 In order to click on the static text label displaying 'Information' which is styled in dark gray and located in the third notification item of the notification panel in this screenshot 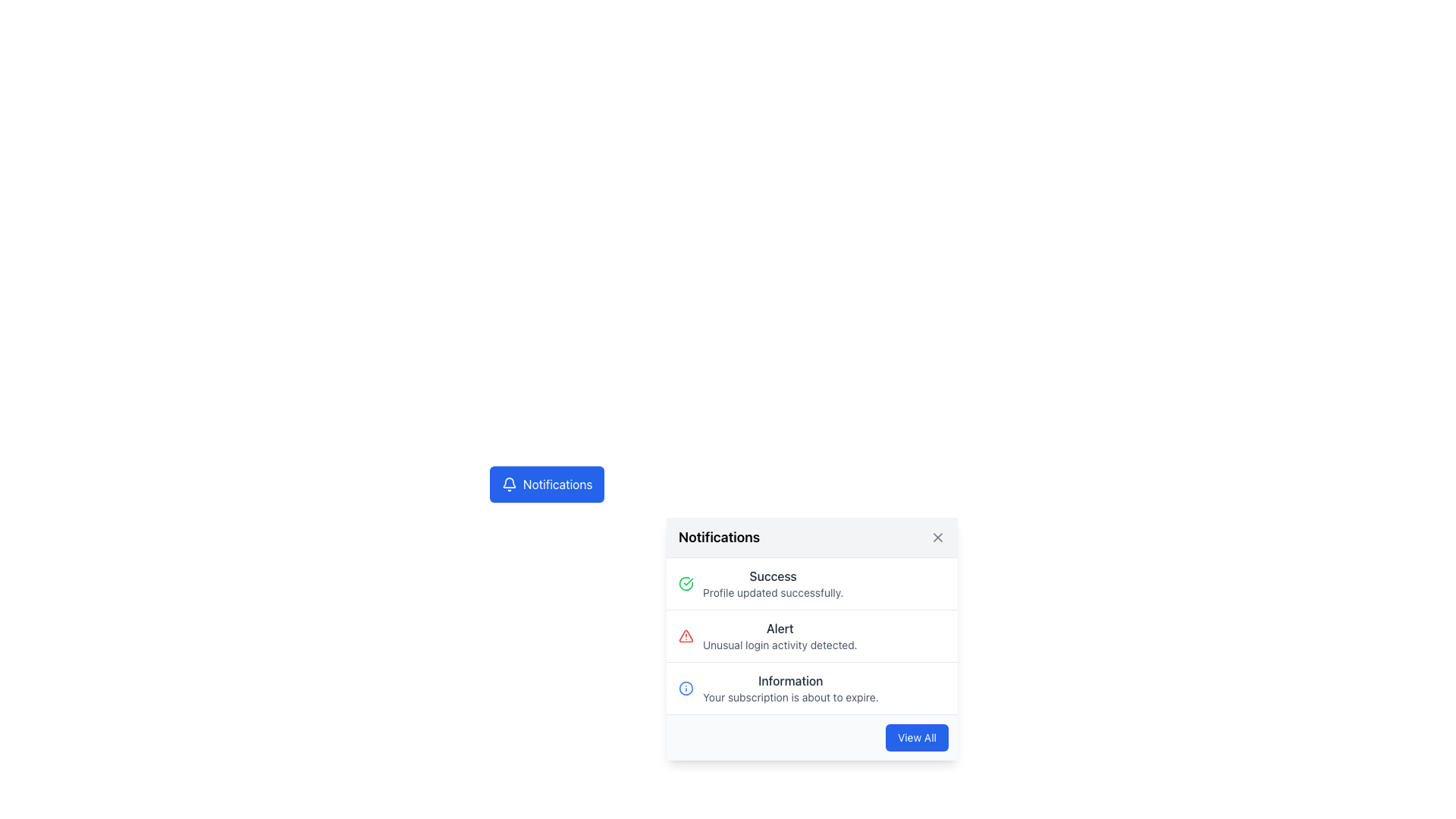, I will do `click(789, 680)`.